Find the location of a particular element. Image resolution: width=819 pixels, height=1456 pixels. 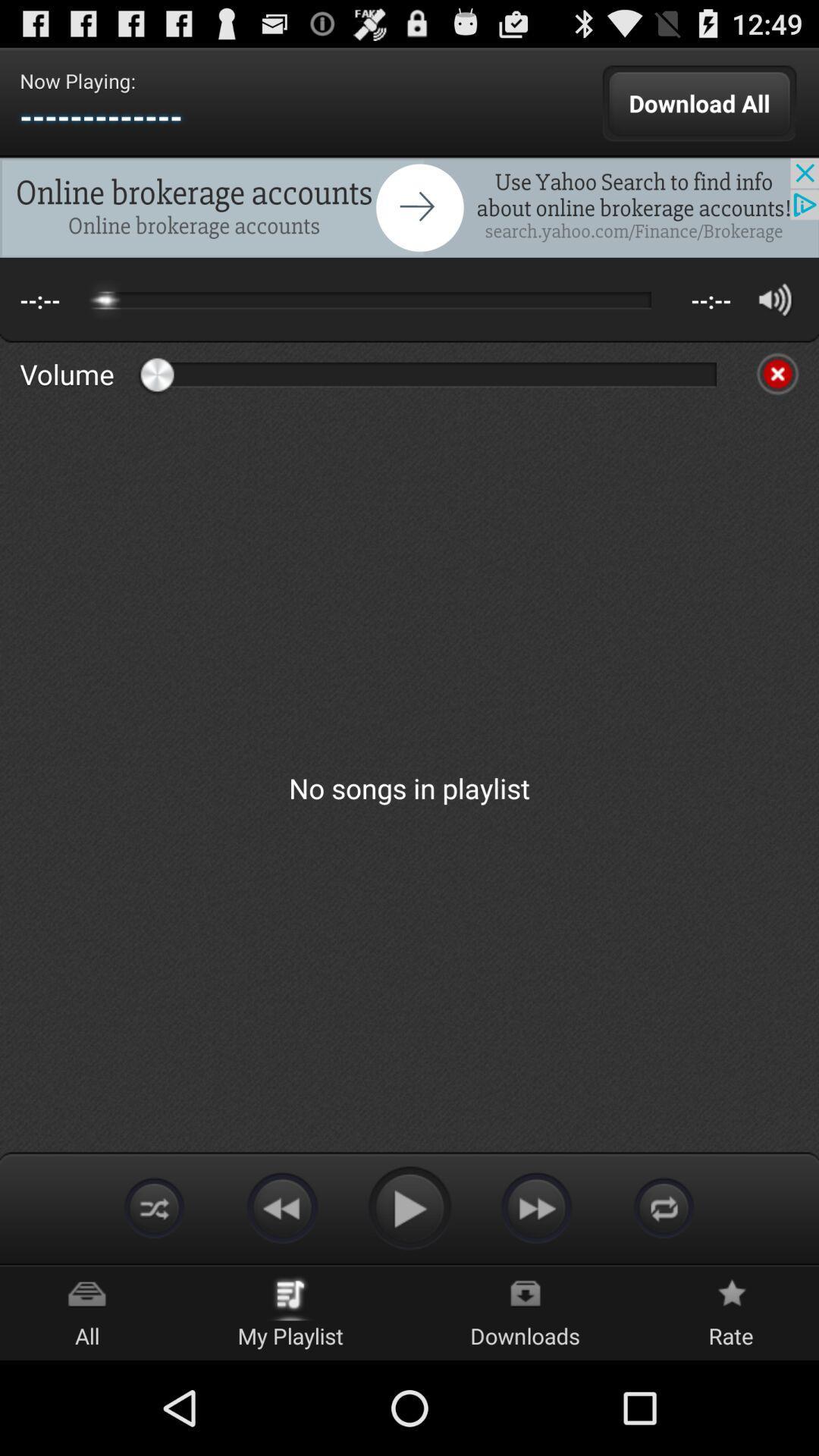

volume is located at coordinates (775, 300).